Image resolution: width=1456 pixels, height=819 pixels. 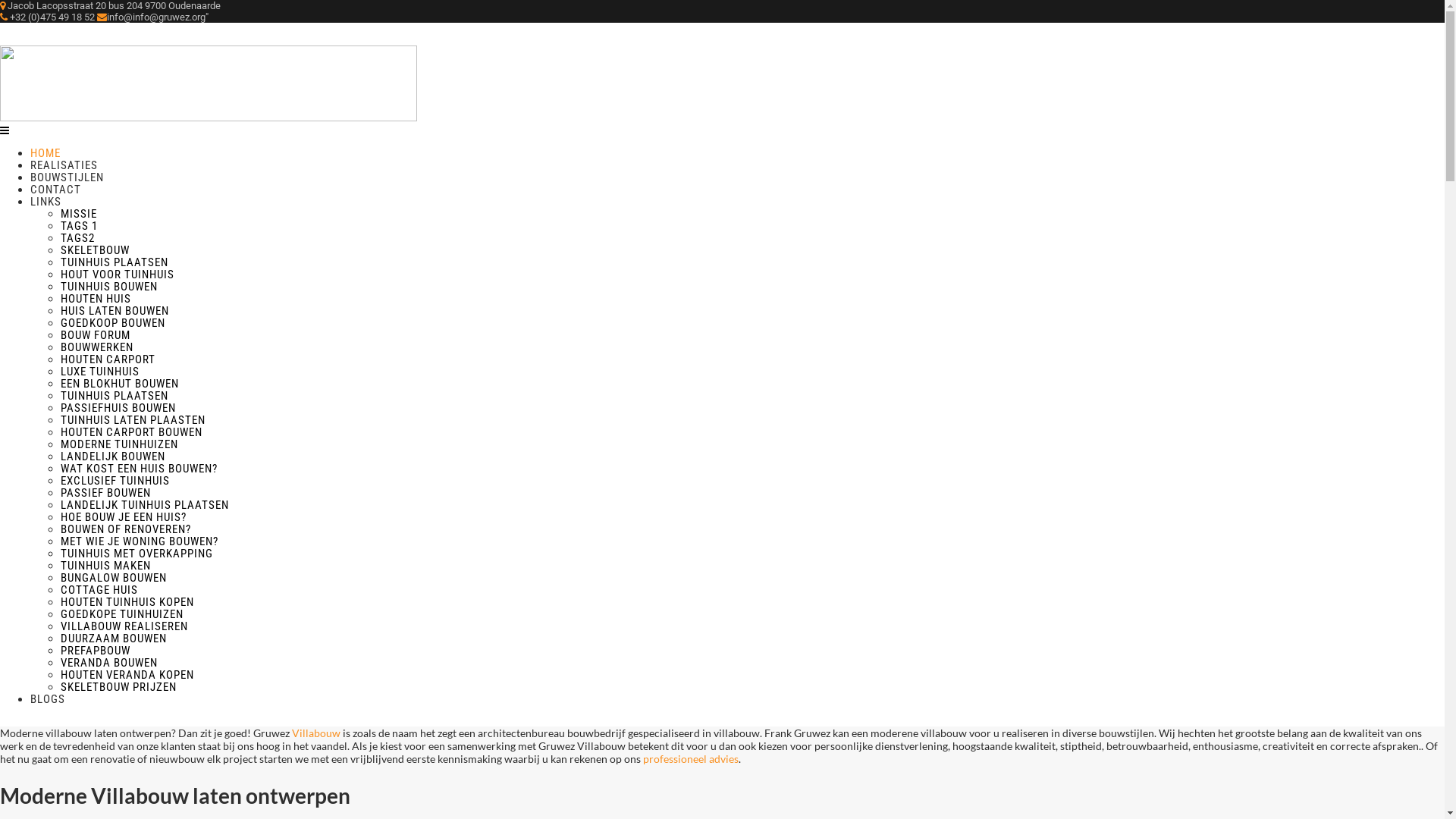 What do you see at coordinates (63, 165) in the screenshot?
I see `'REALISATIES'` at bounding box center [63, 165].